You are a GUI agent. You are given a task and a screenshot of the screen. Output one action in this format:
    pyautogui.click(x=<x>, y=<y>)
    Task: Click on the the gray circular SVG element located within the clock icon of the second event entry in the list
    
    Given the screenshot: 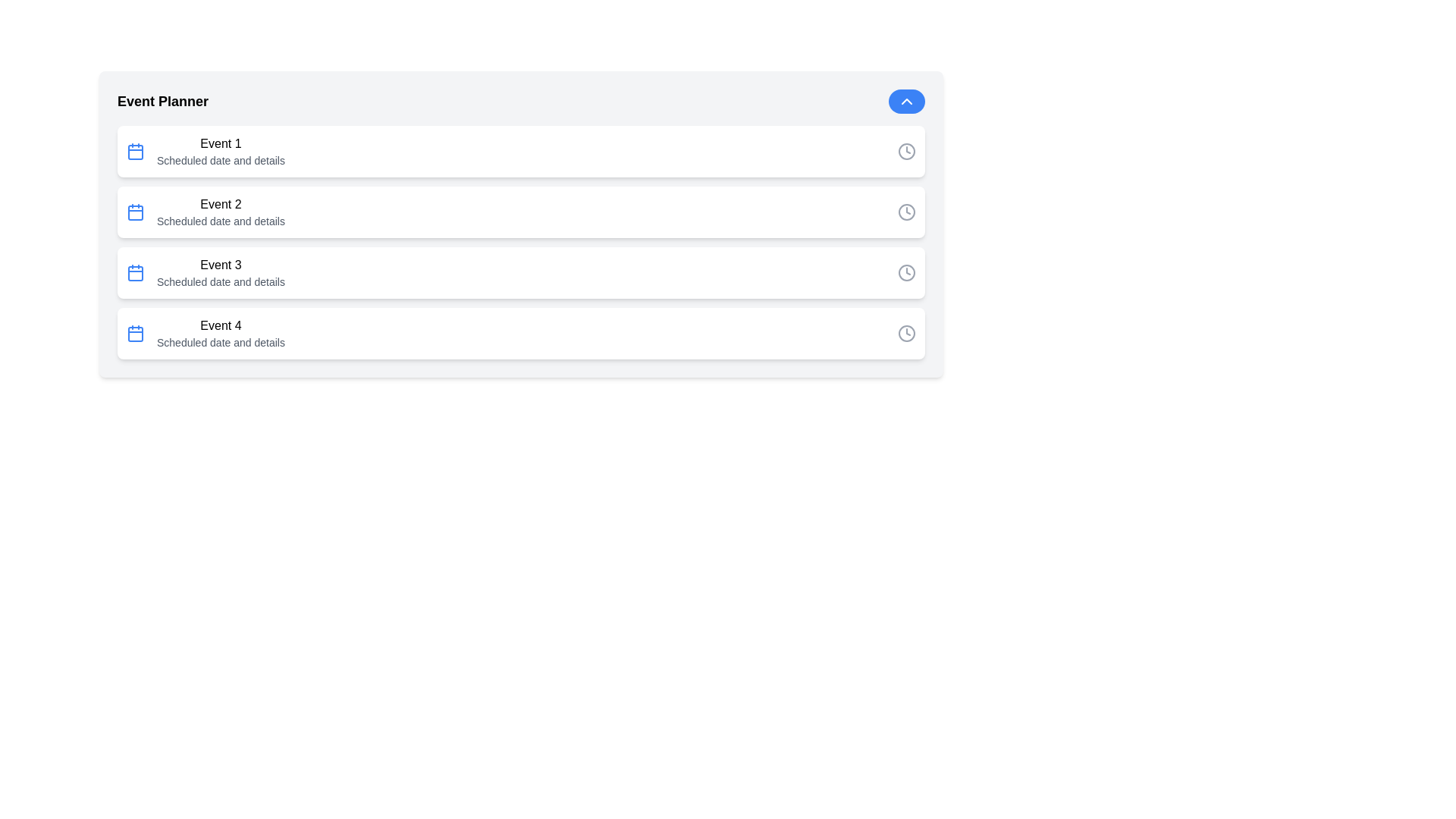 What is the action you would take?
    pyautogui.click(x=906, y=212)
    